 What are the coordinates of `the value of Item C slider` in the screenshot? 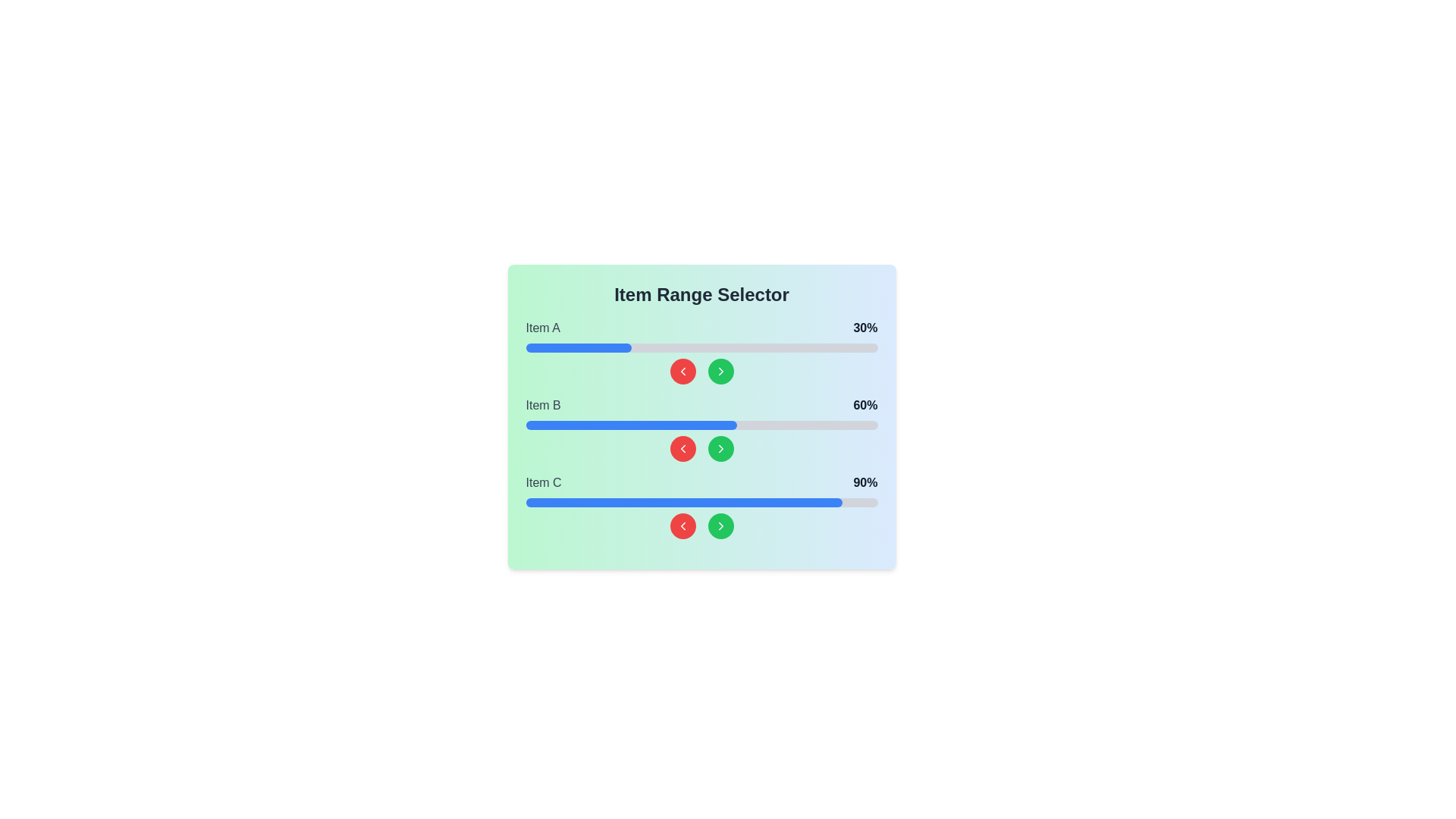 It's located at (667, 503).